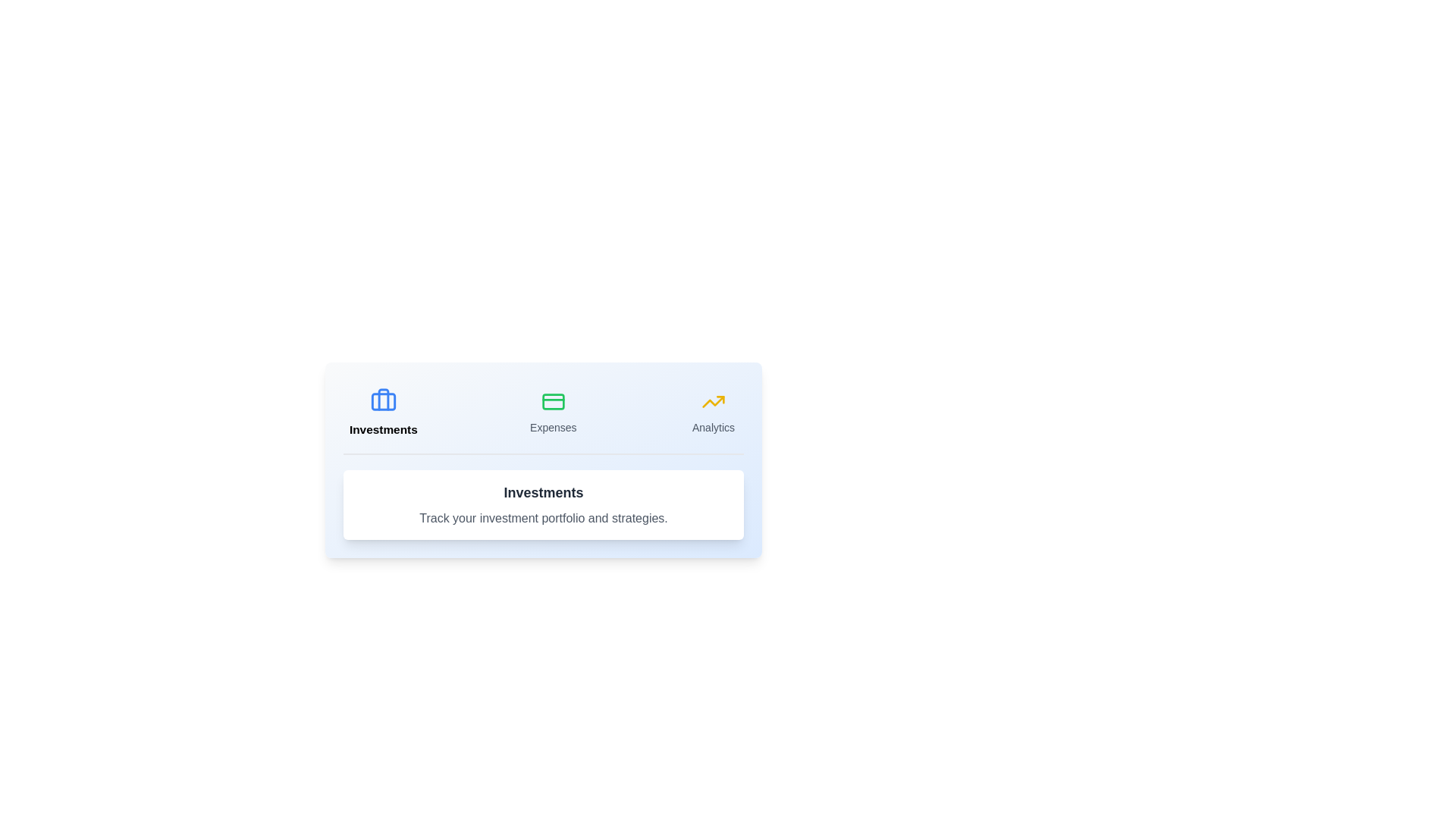 This screenshot has height=819, width=1456. What do you see at coordinates (552, 412) in the screenshot?
I see `the Expenses tab to view its content` at bounding box center [552, 412].